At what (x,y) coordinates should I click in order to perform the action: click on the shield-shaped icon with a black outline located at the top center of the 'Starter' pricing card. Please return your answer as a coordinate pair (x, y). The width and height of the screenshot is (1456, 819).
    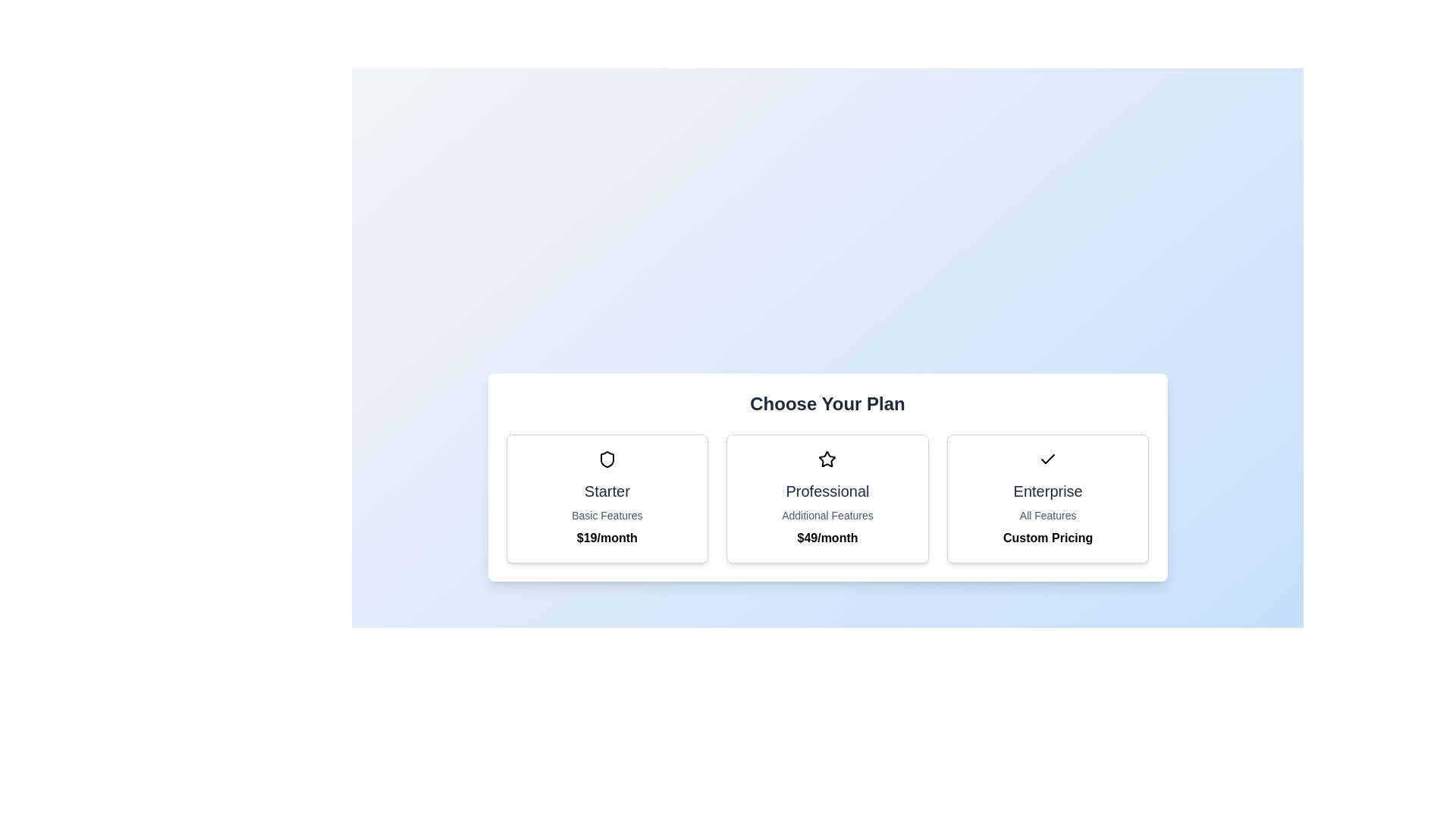
    Looking at the image, I should click on (607, 458).